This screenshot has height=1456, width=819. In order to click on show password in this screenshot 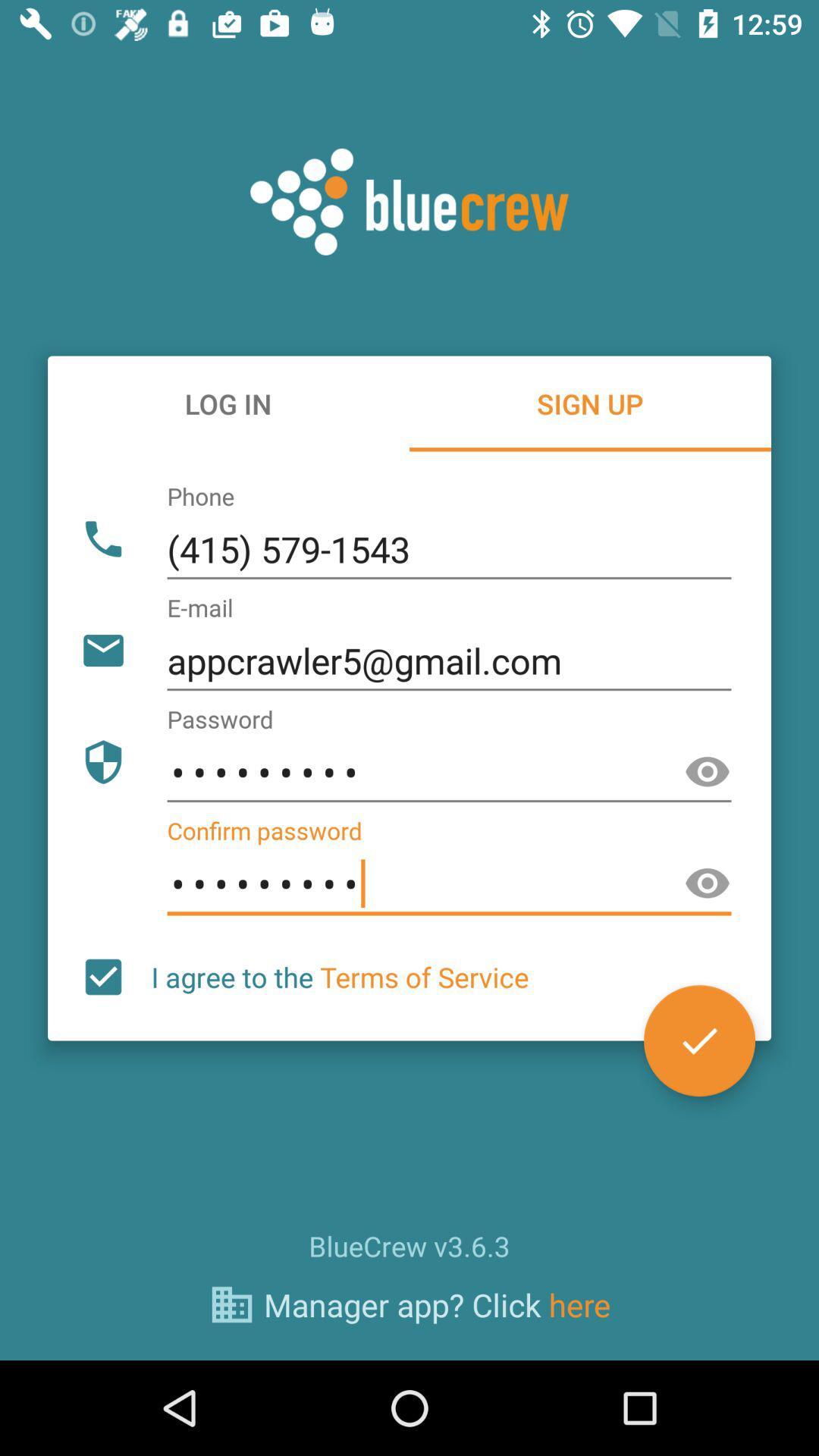, I will do `click(708, 883)`.